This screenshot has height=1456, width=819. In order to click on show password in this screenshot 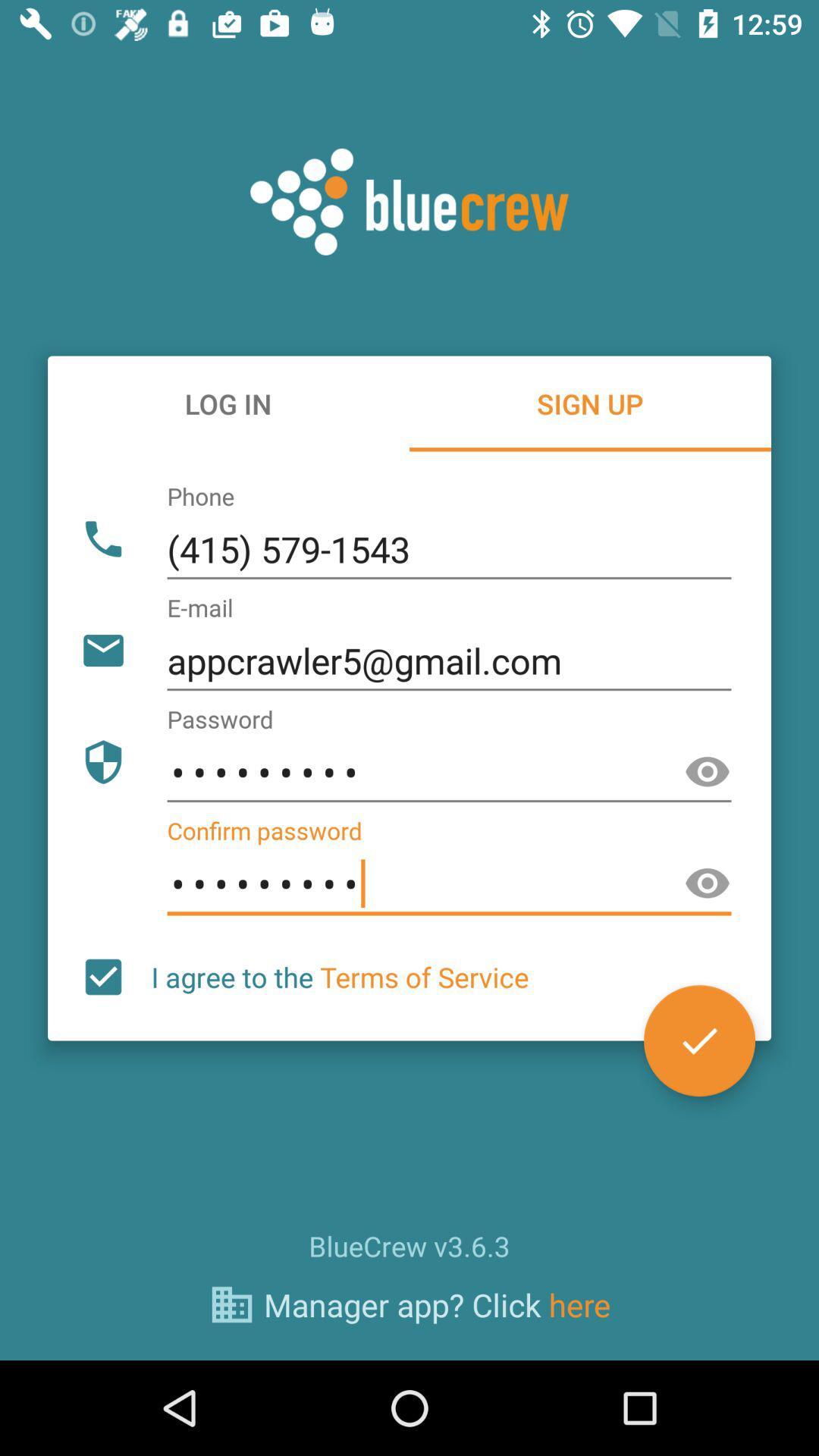, I will do `click(708, 883)`.